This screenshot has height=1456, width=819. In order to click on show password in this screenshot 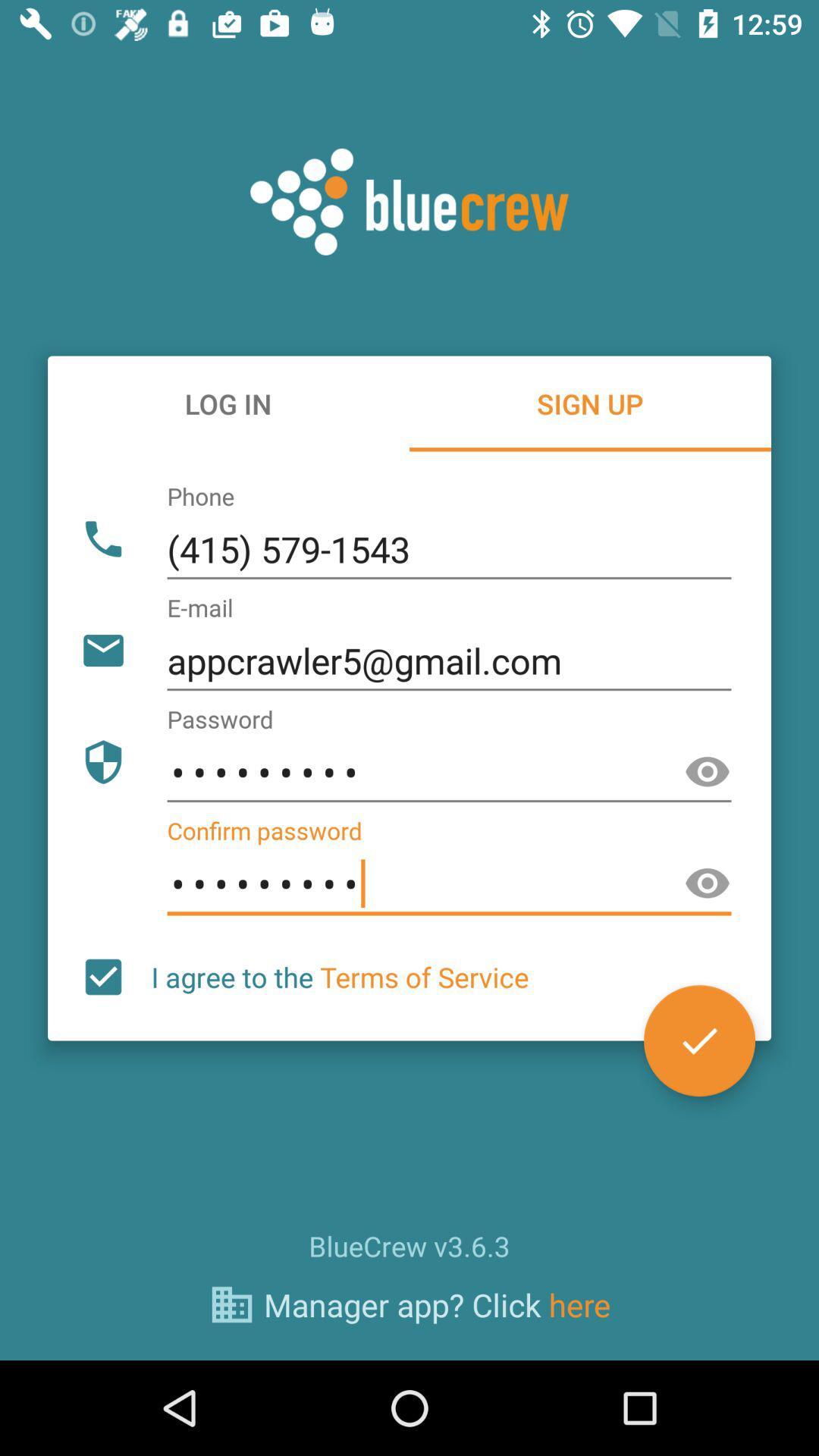, I will do `click(708, 883)`.